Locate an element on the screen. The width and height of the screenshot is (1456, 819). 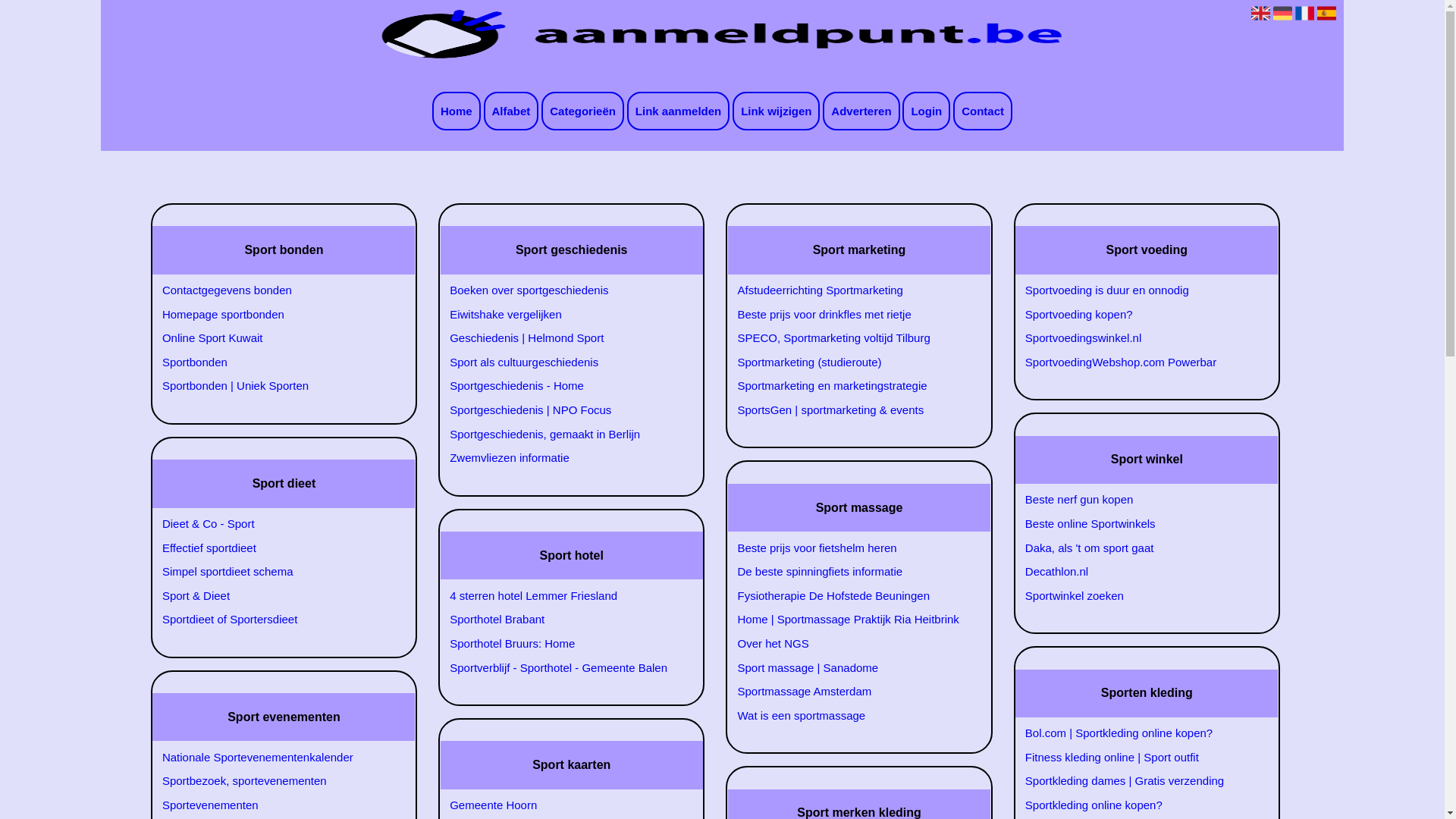
'Sportgeschiedenis | NPO Focus' is located at coordinates (441, 409).